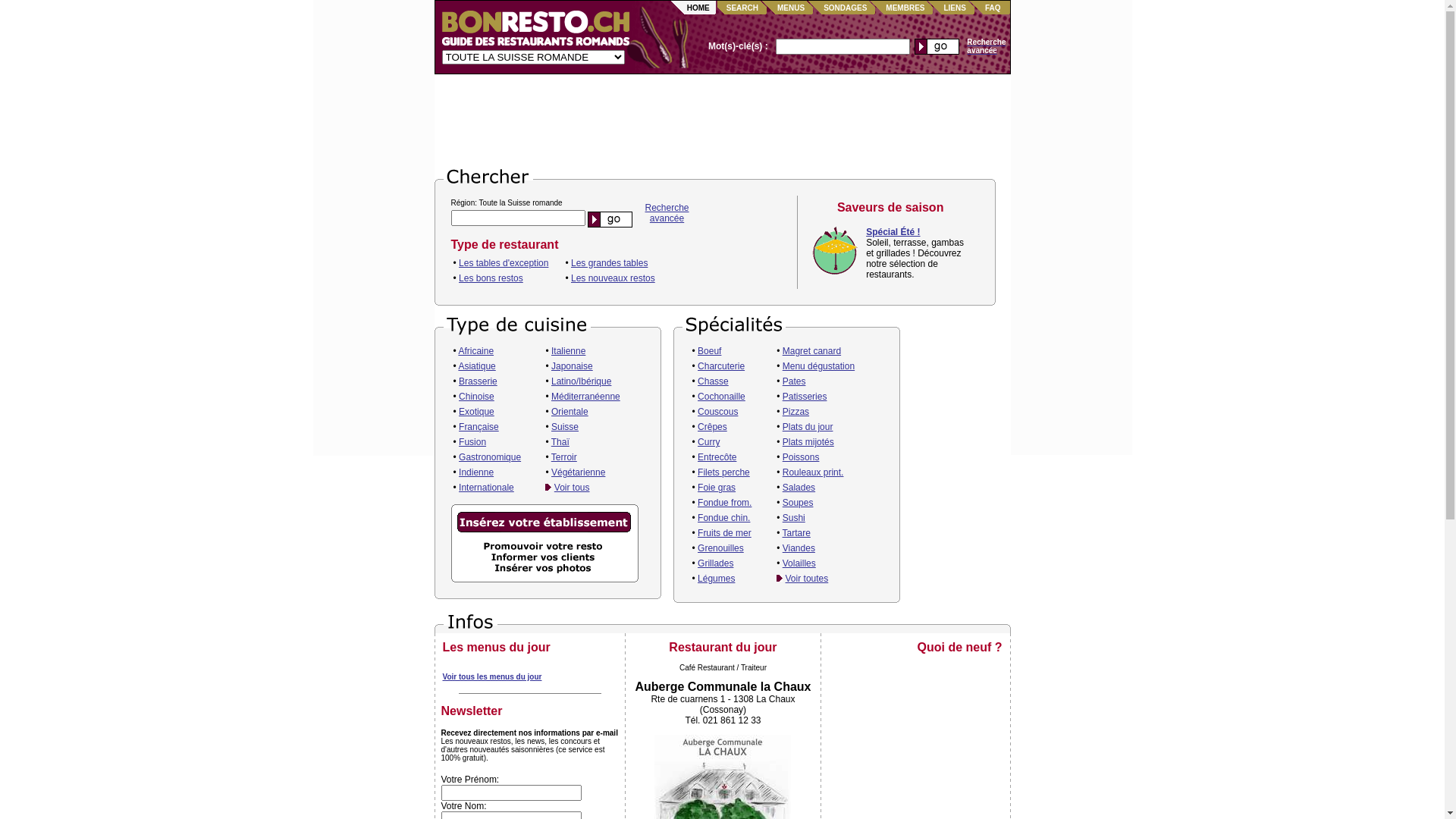  What do you see at coordinates (811, 350) in the screenshot?
I see `'Magret canard'` at bounding box center [811, 350].